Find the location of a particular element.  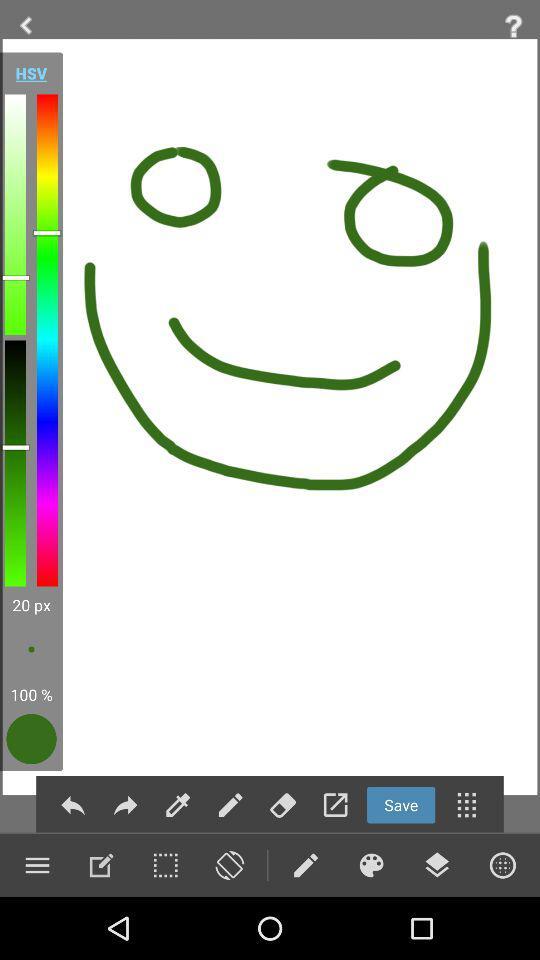

the arrow_backward icon is located at coordinates (25, 25).